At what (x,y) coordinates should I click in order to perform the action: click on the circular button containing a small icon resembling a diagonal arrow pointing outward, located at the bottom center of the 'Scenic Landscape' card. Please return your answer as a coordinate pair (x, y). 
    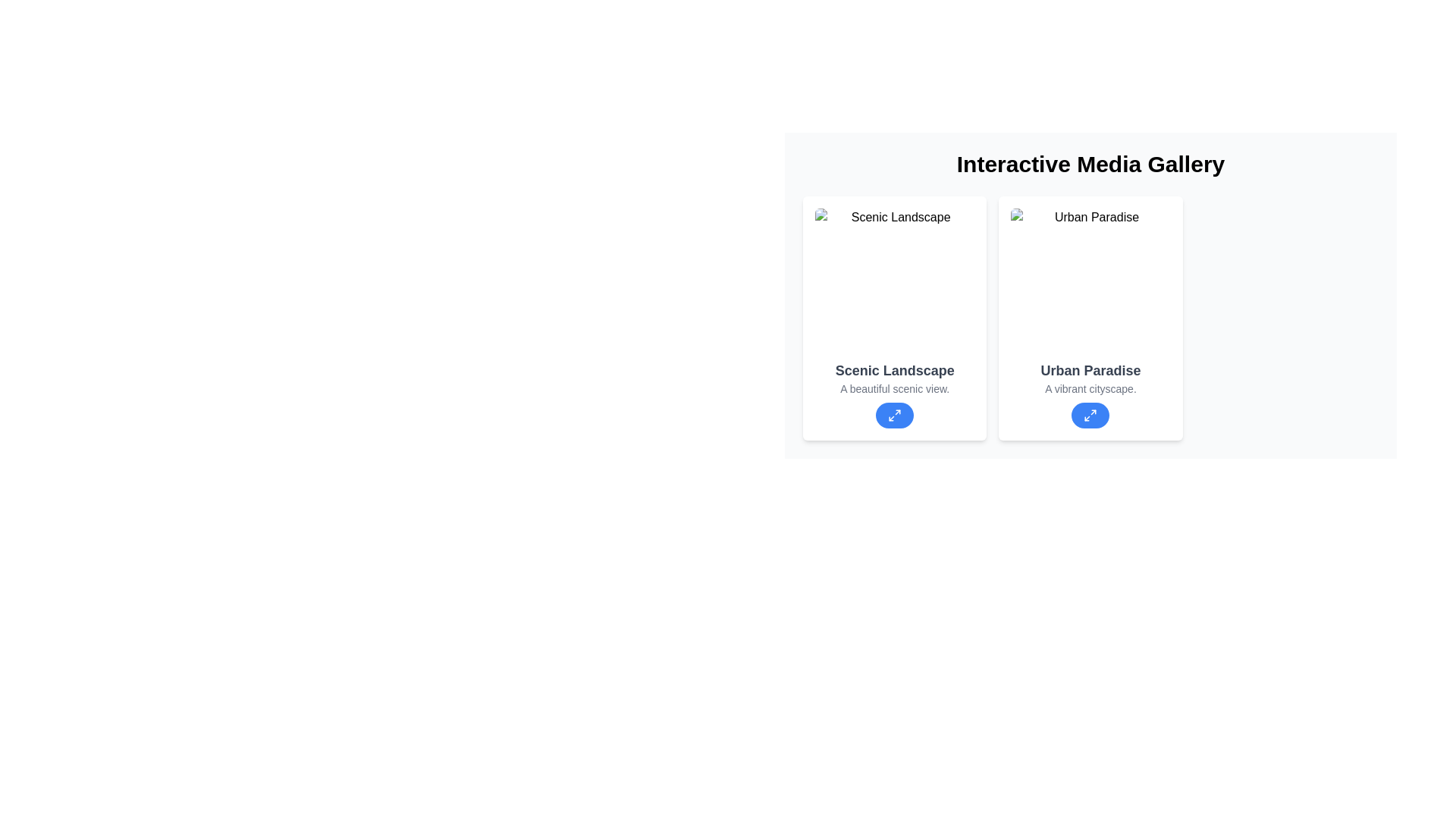
    Looking at the image, I should click on (895, 415).